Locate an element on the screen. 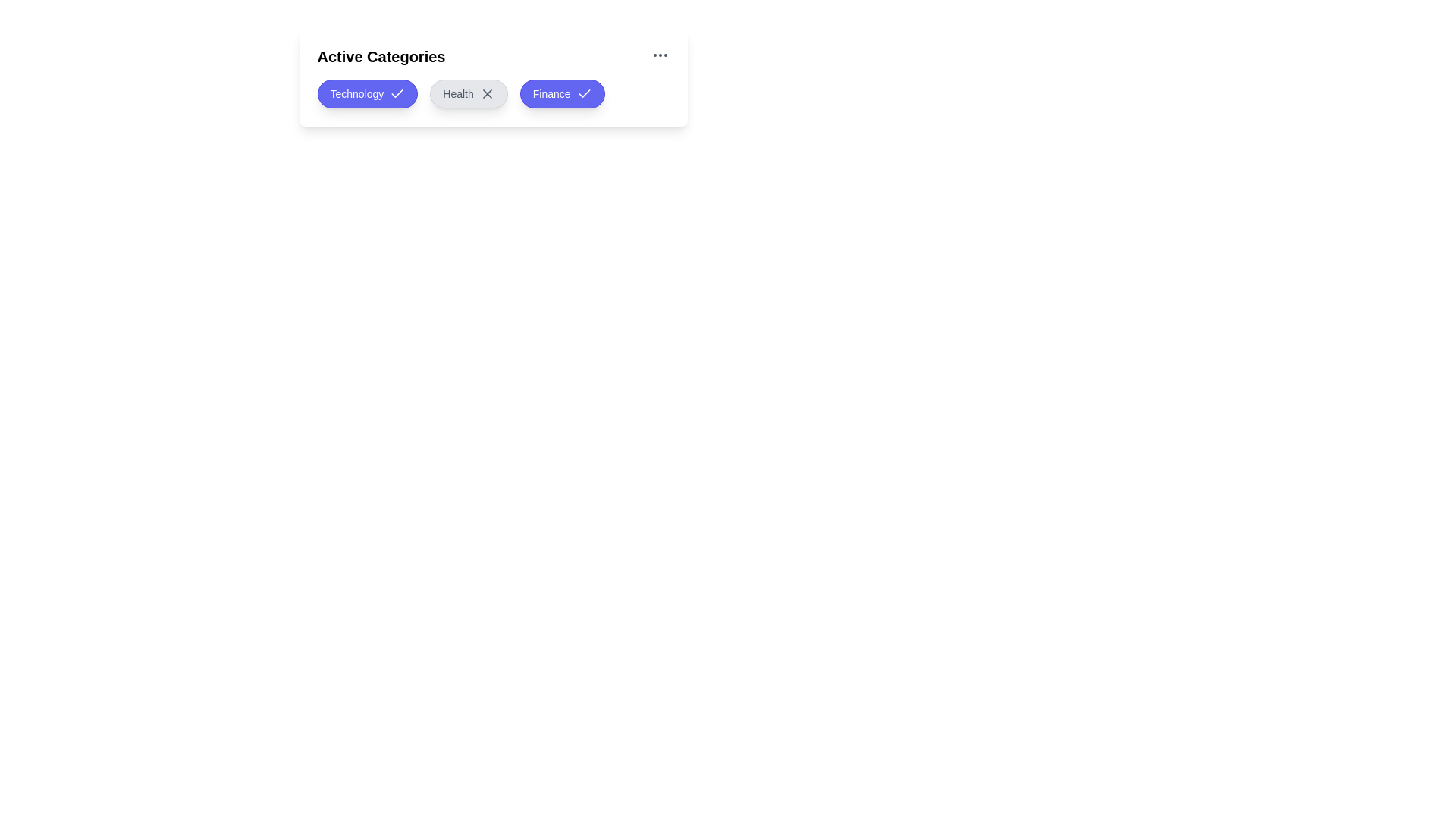 This screenshot has width=1456, height=819. the Health chip to toggle its activation state is located at coordinates (468, 93).